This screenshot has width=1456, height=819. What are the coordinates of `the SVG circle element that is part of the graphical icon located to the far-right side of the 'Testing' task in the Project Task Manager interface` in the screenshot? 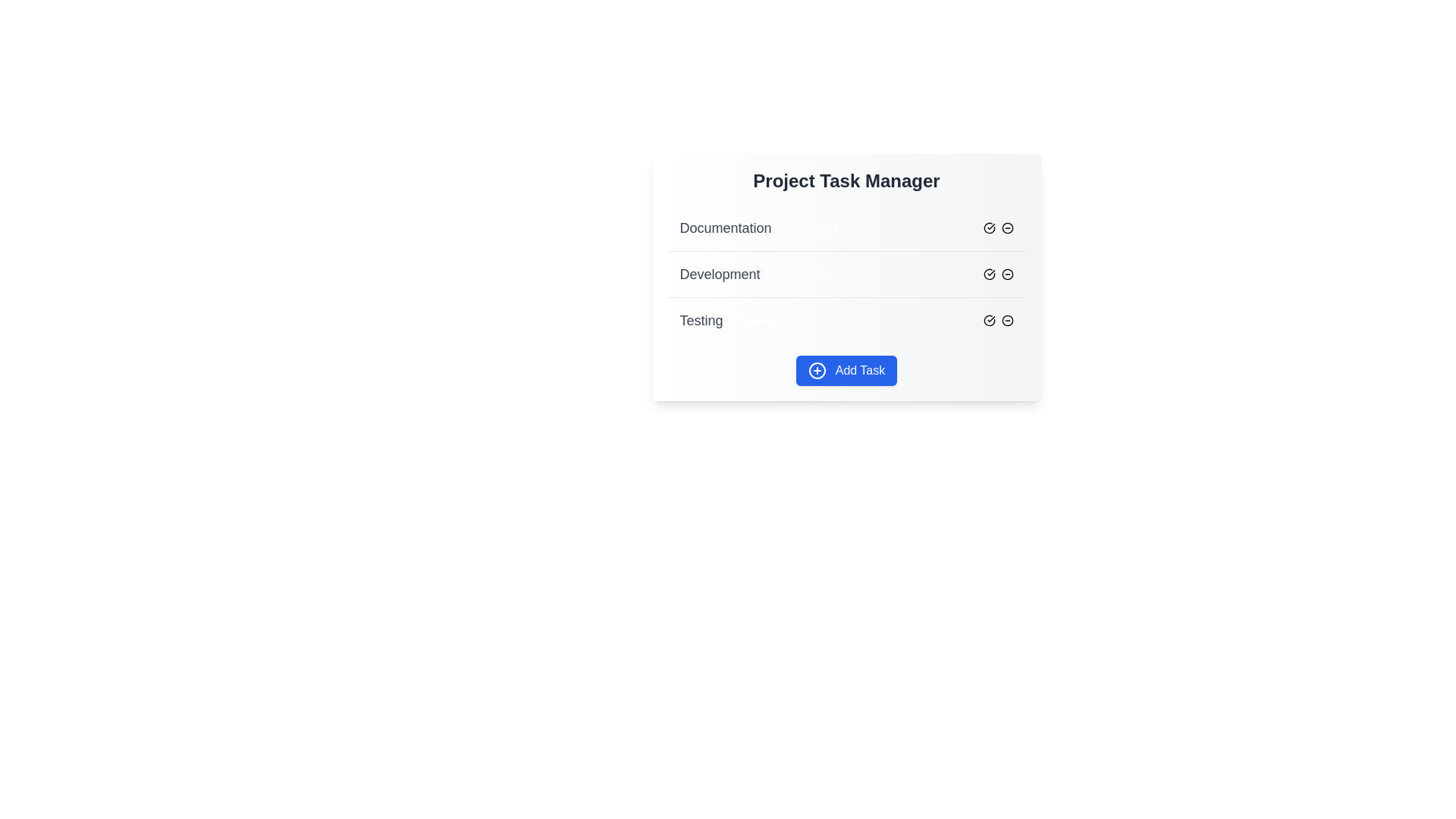 It's located at (1007, 320).